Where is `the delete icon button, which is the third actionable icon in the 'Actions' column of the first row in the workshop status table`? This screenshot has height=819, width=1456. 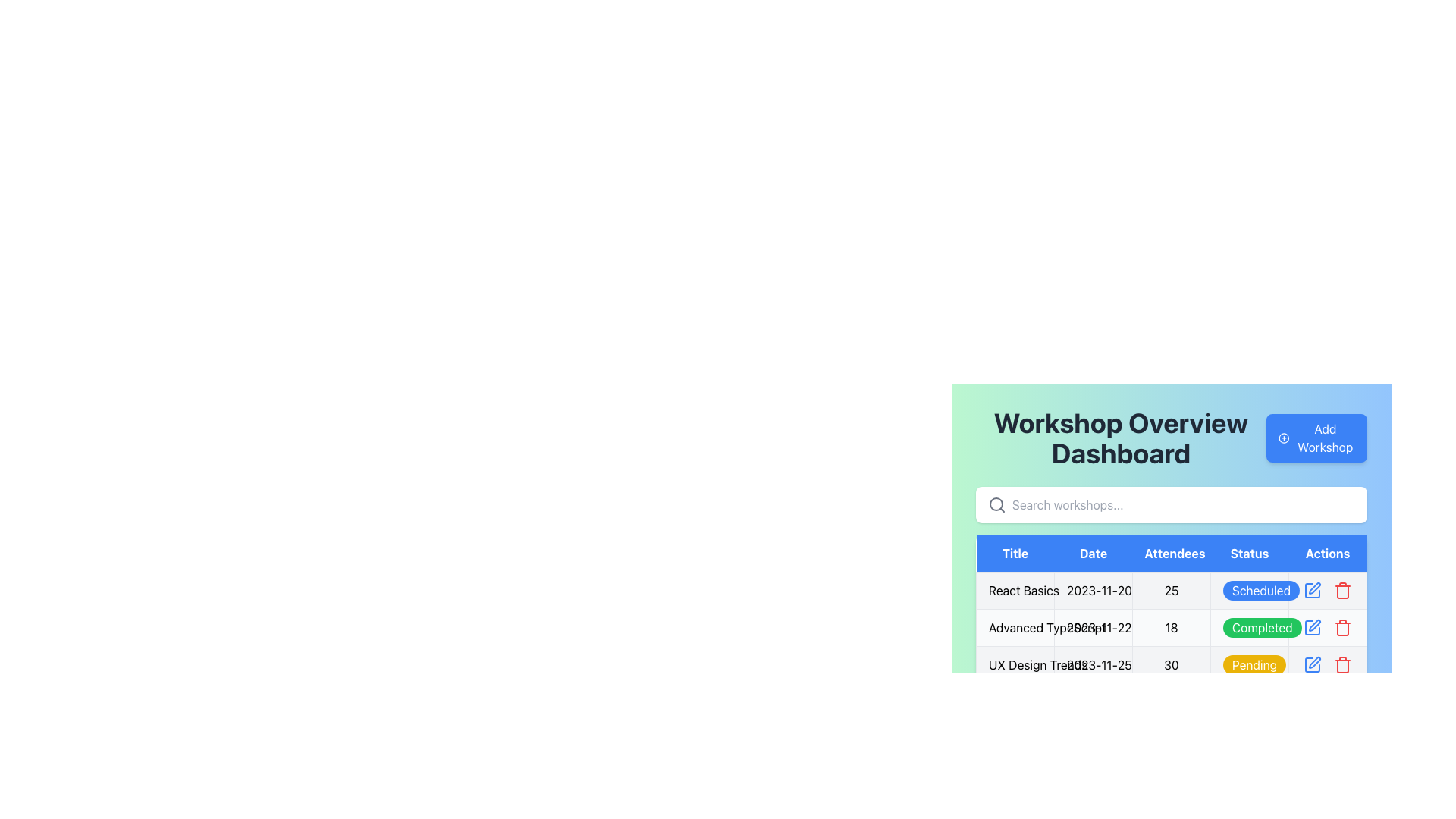
the delete icon button, which is the third actionable icon in the 'Actions' column of the first row in the workshop status table is located at coordinates (1343, 590).